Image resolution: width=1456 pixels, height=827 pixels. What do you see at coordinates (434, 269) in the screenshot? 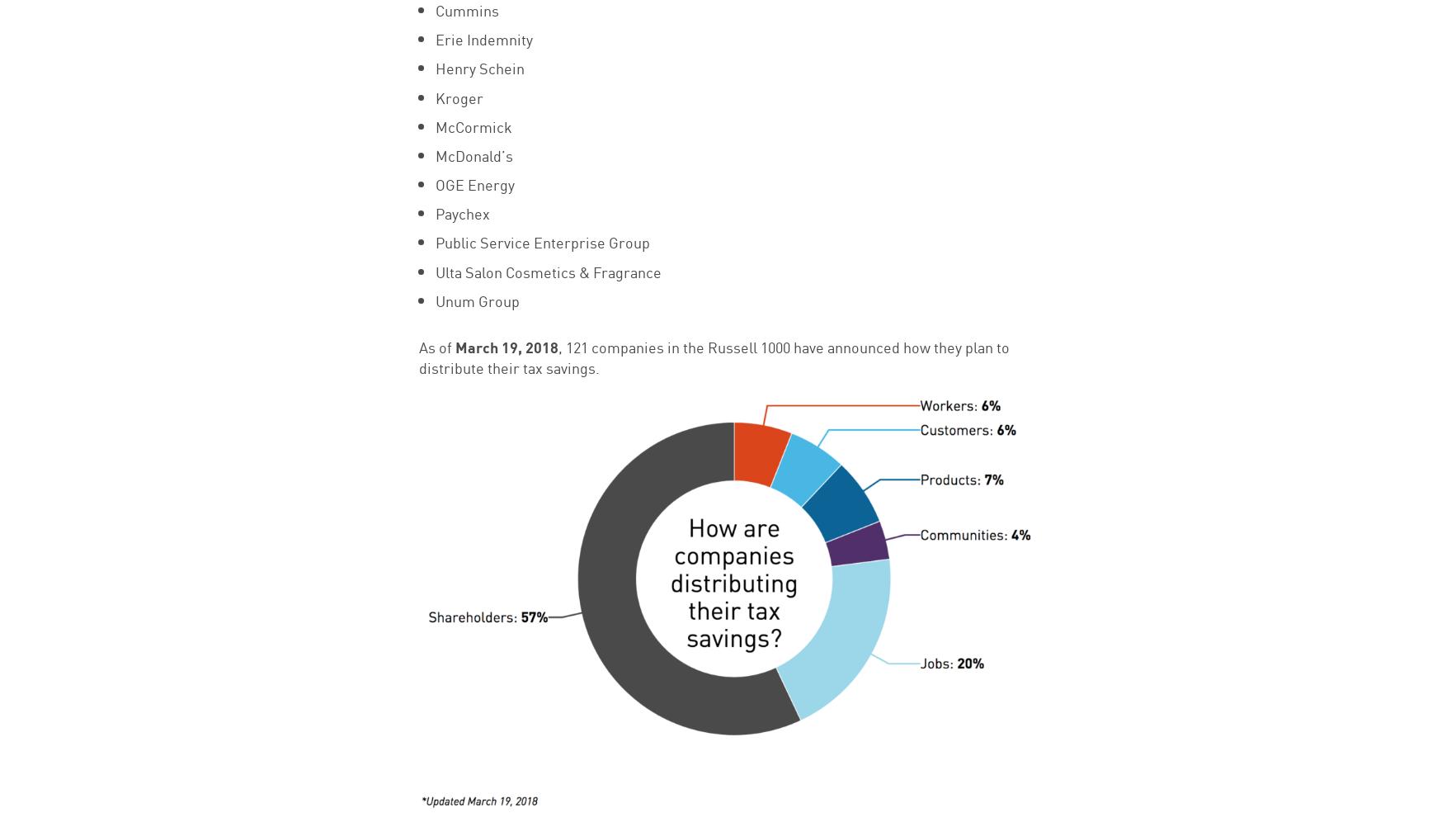
I see `'Ulta Salon Cosmetics & Fragrance'` at bounding box center [434, 269].